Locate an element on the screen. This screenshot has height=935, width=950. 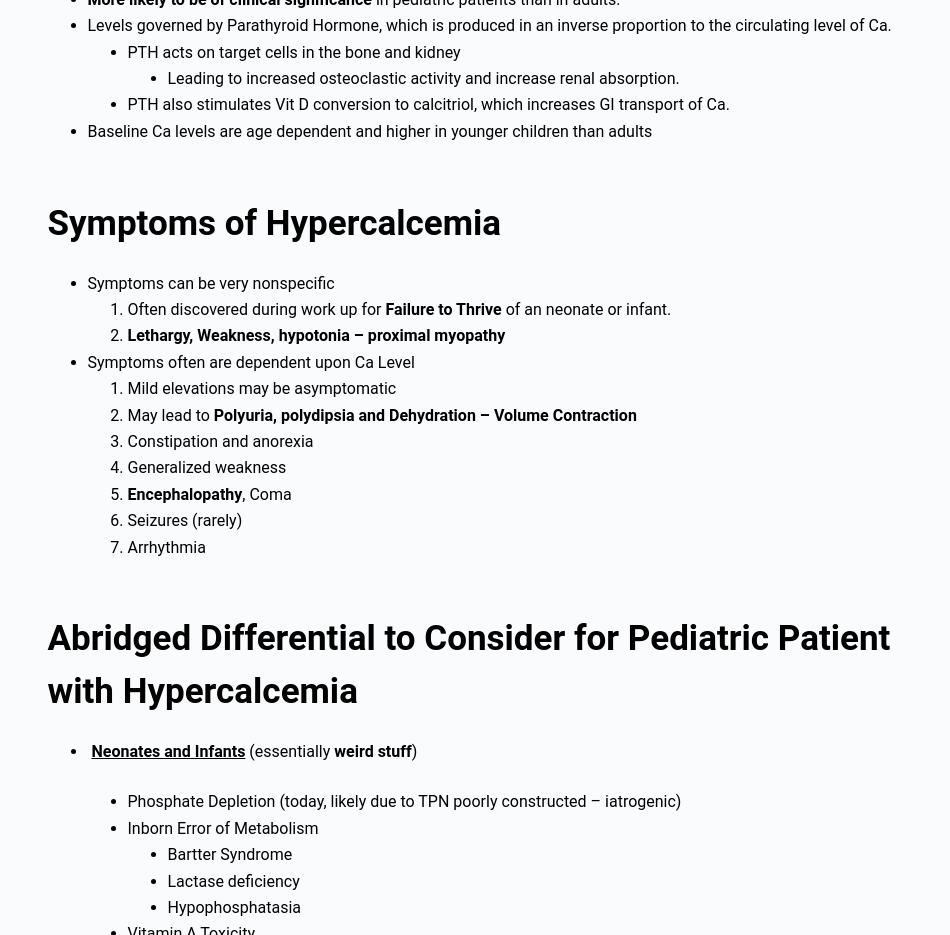
'THE HEADSS Assessment in the Ped ED' is located at coordinates (189, 305).